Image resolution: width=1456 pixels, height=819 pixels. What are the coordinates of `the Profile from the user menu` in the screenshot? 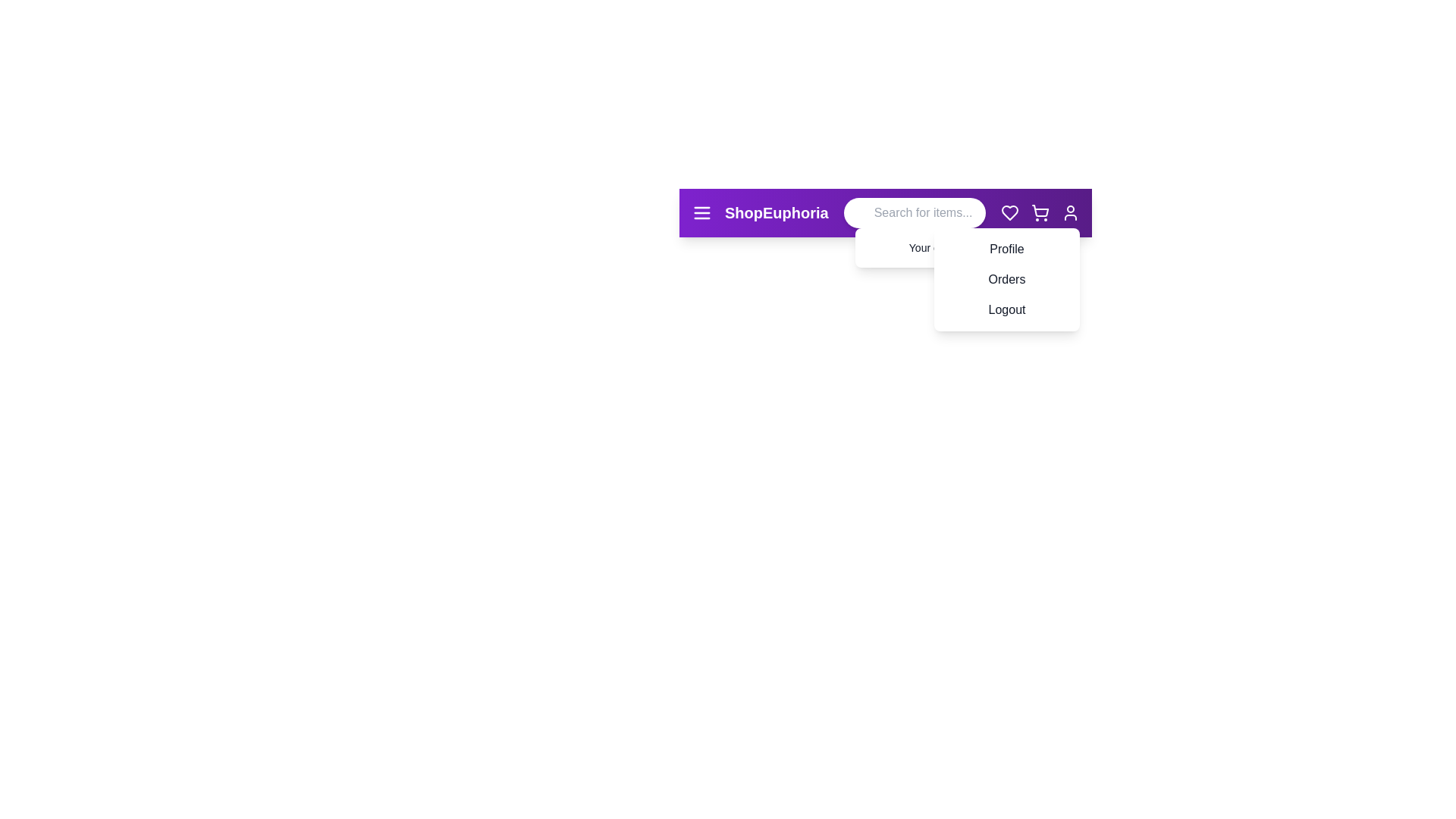 It's located at (968, 241).